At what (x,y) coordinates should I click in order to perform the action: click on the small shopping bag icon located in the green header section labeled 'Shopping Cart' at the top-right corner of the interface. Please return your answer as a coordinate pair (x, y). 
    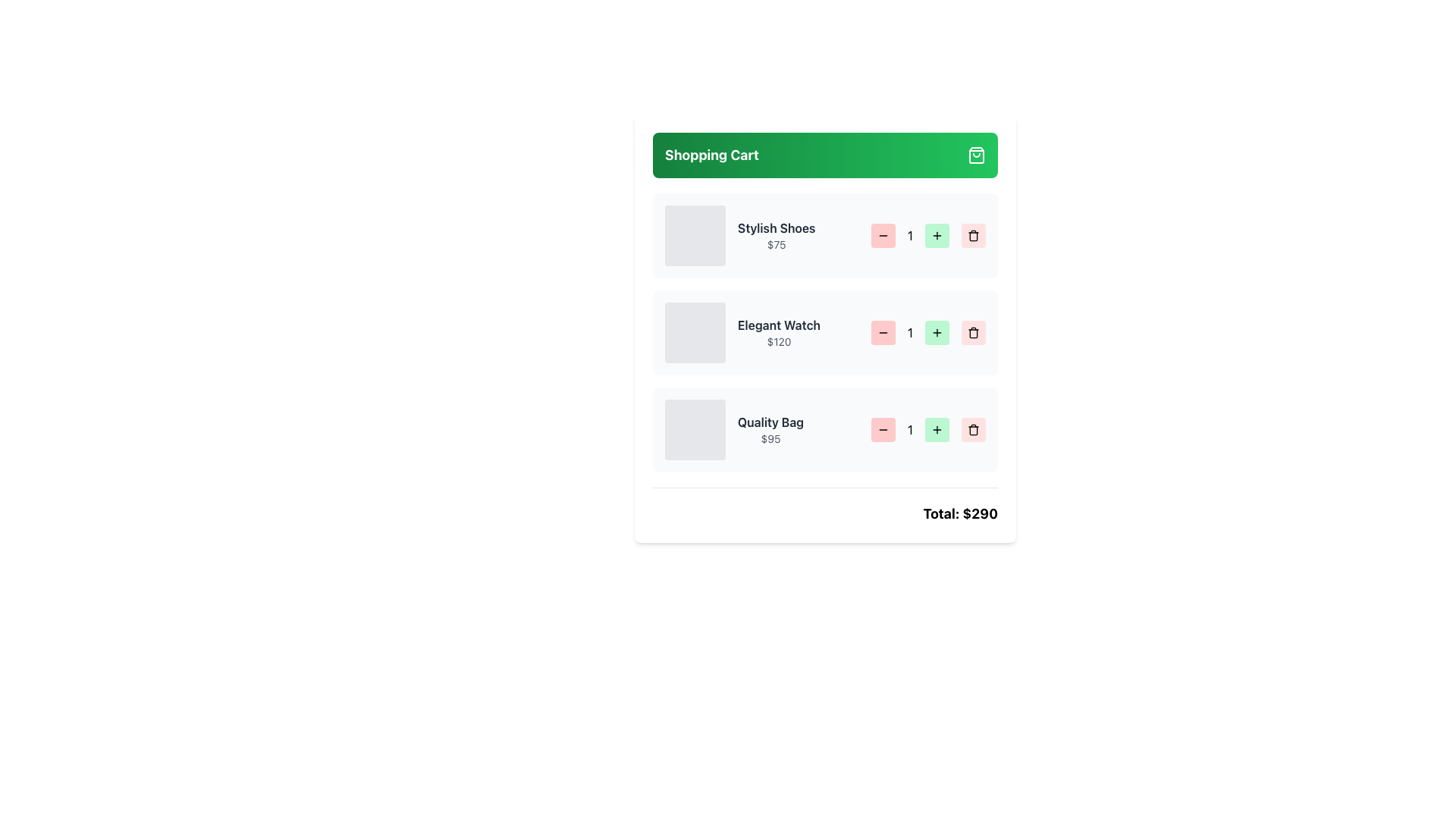
    Looking at the image, I should click on (976, 155).